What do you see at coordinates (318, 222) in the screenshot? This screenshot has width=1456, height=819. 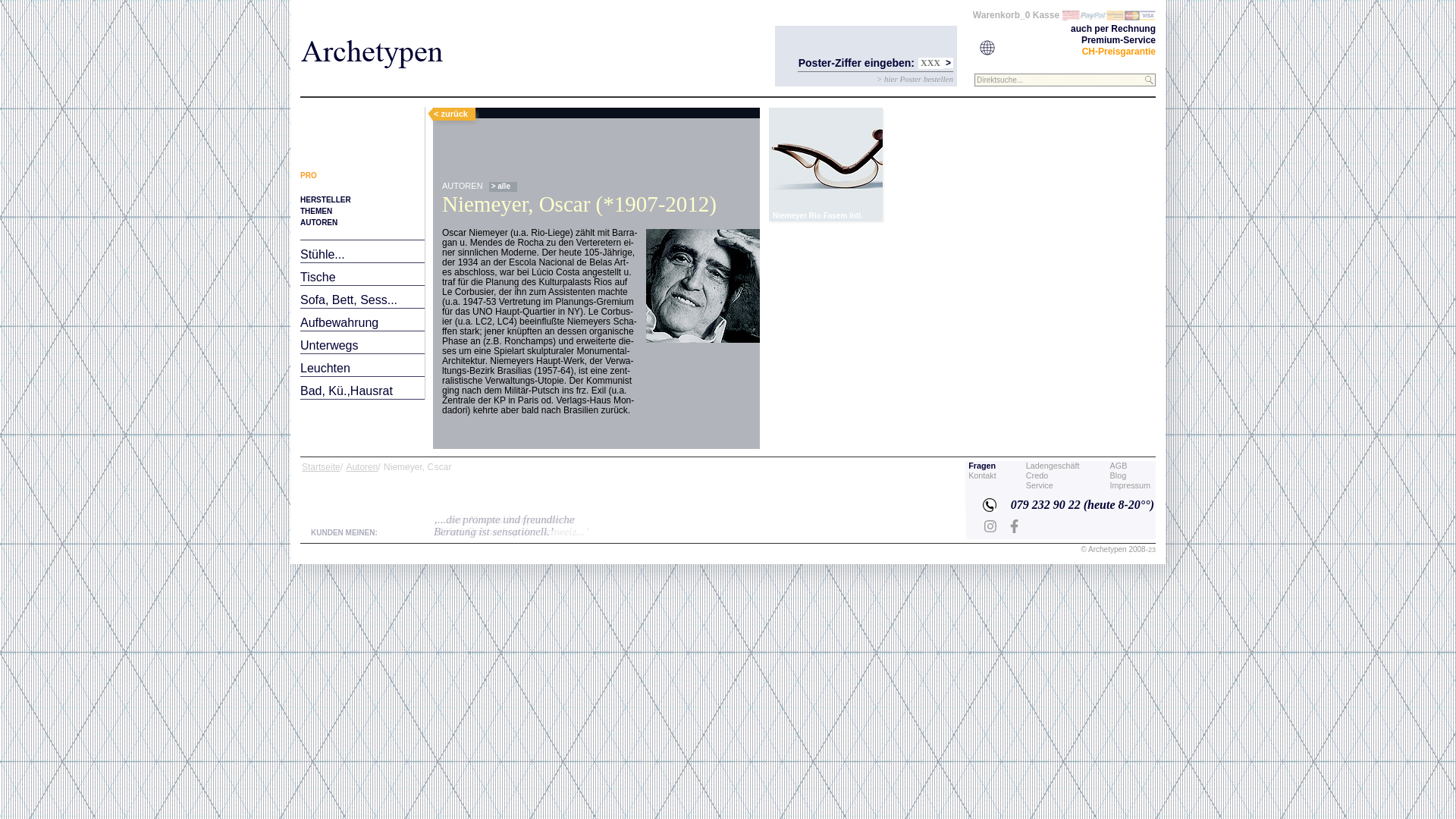 I see `'AUTOREN'` at bounding box center [318, 222].